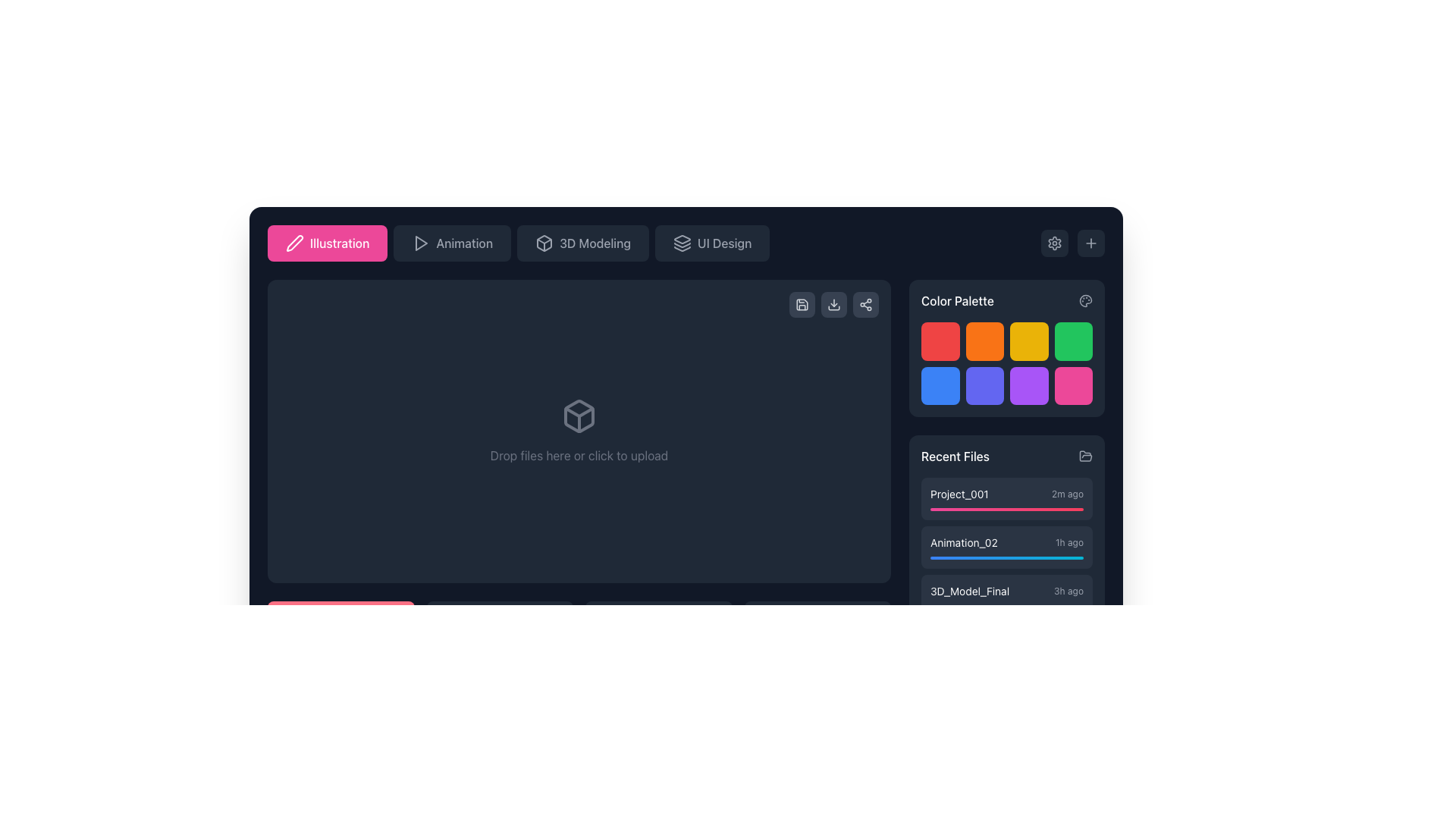 The height and width of the screenshot is (819, 1456). I want to click on the UI Design button, which is represented by an icon of layered rectangles, so click(682, 242).